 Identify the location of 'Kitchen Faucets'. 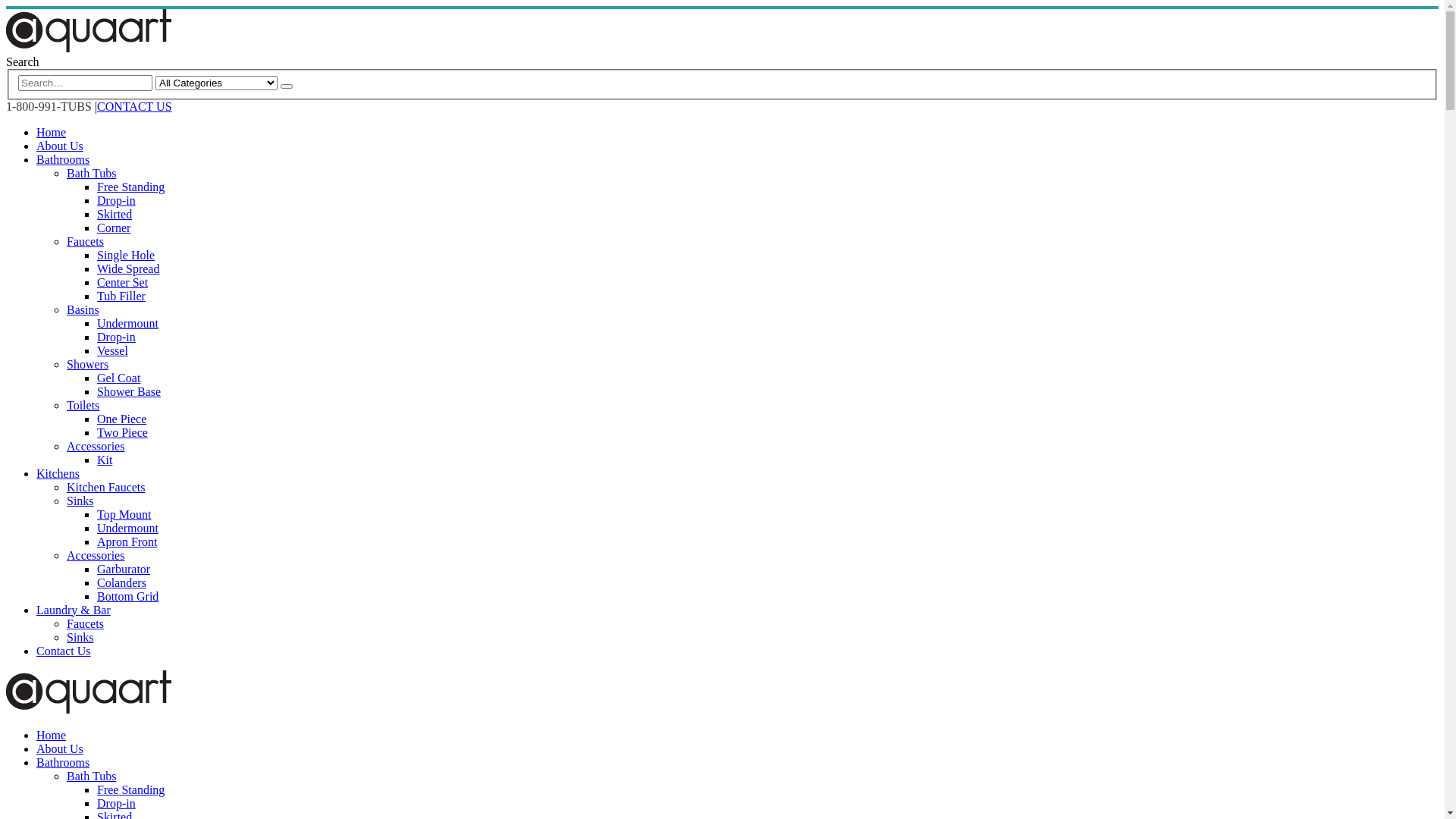
(105, 487).